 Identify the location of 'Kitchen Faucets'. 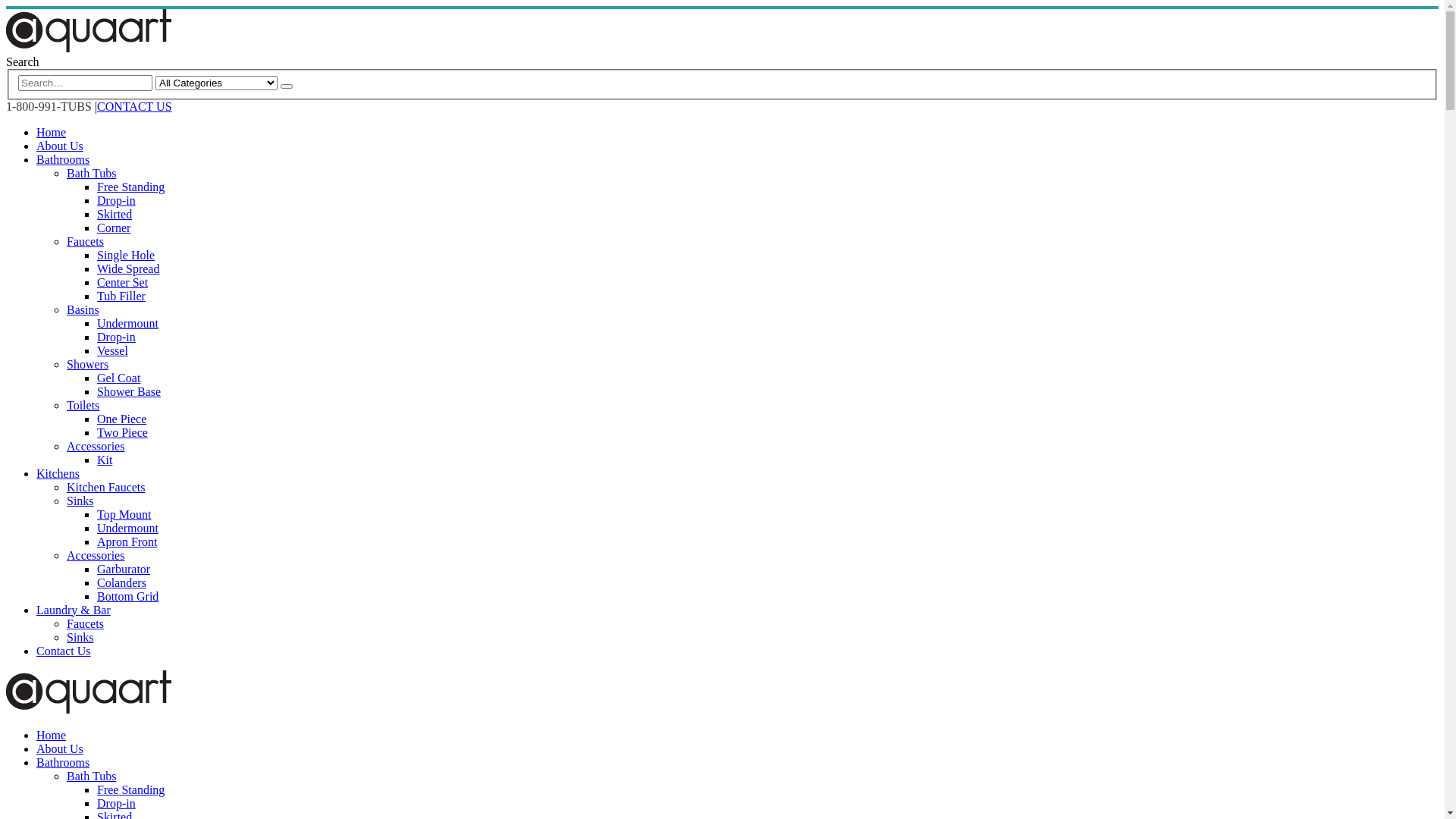
(105, 487).